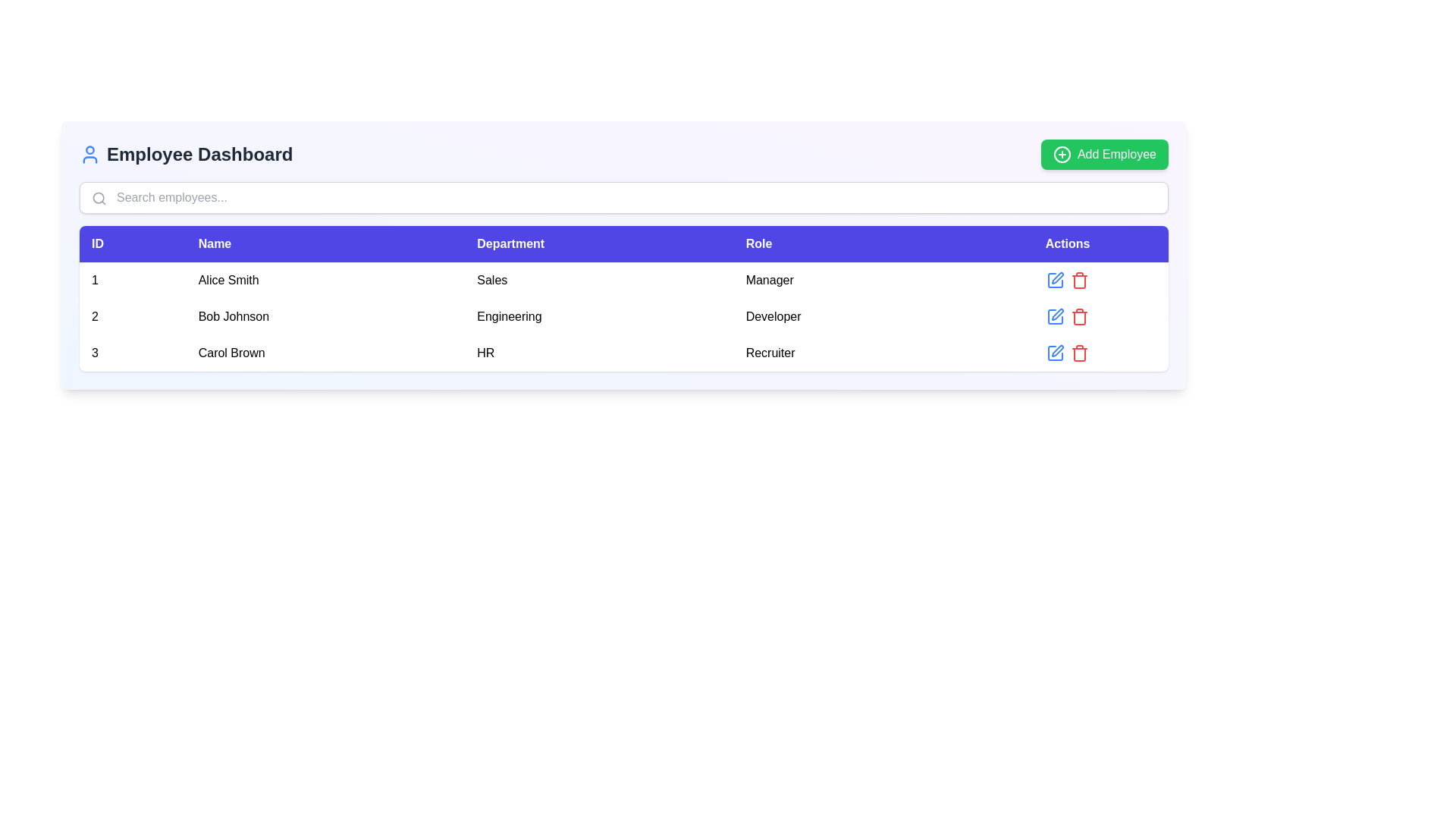 The image size is (1456, 819). Describe the element at coordinates (1055, 315) in the screenshot. I see `the edit icon represented by a square with a pen symbol in the Actions column of the second row, corresponding to user 'Bob Johnson'` at that location.